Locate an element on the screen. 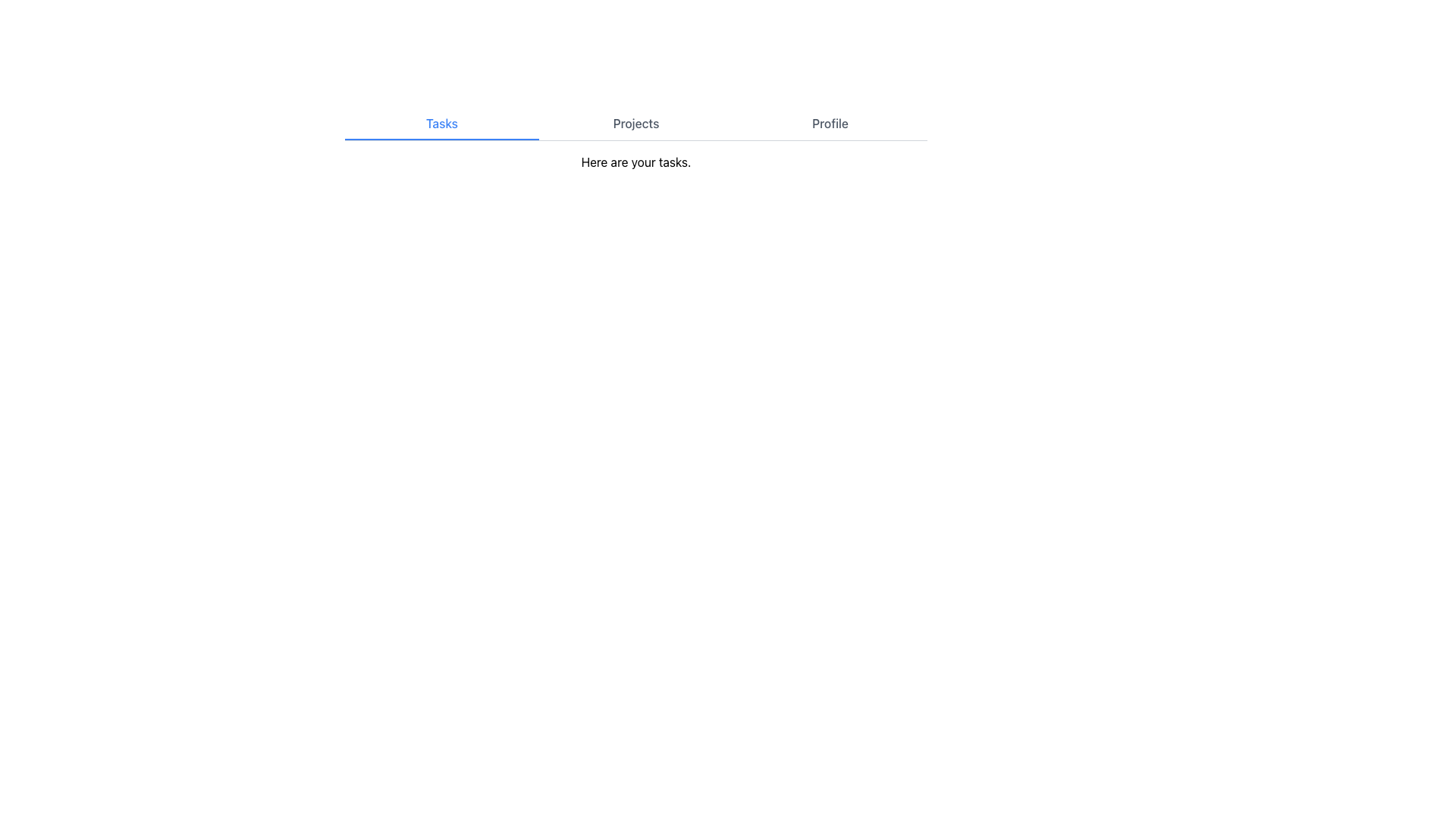 The image size is (1456, 819). the 'Projects' text button located in the navigation bar is located at coordinates (636, 124).